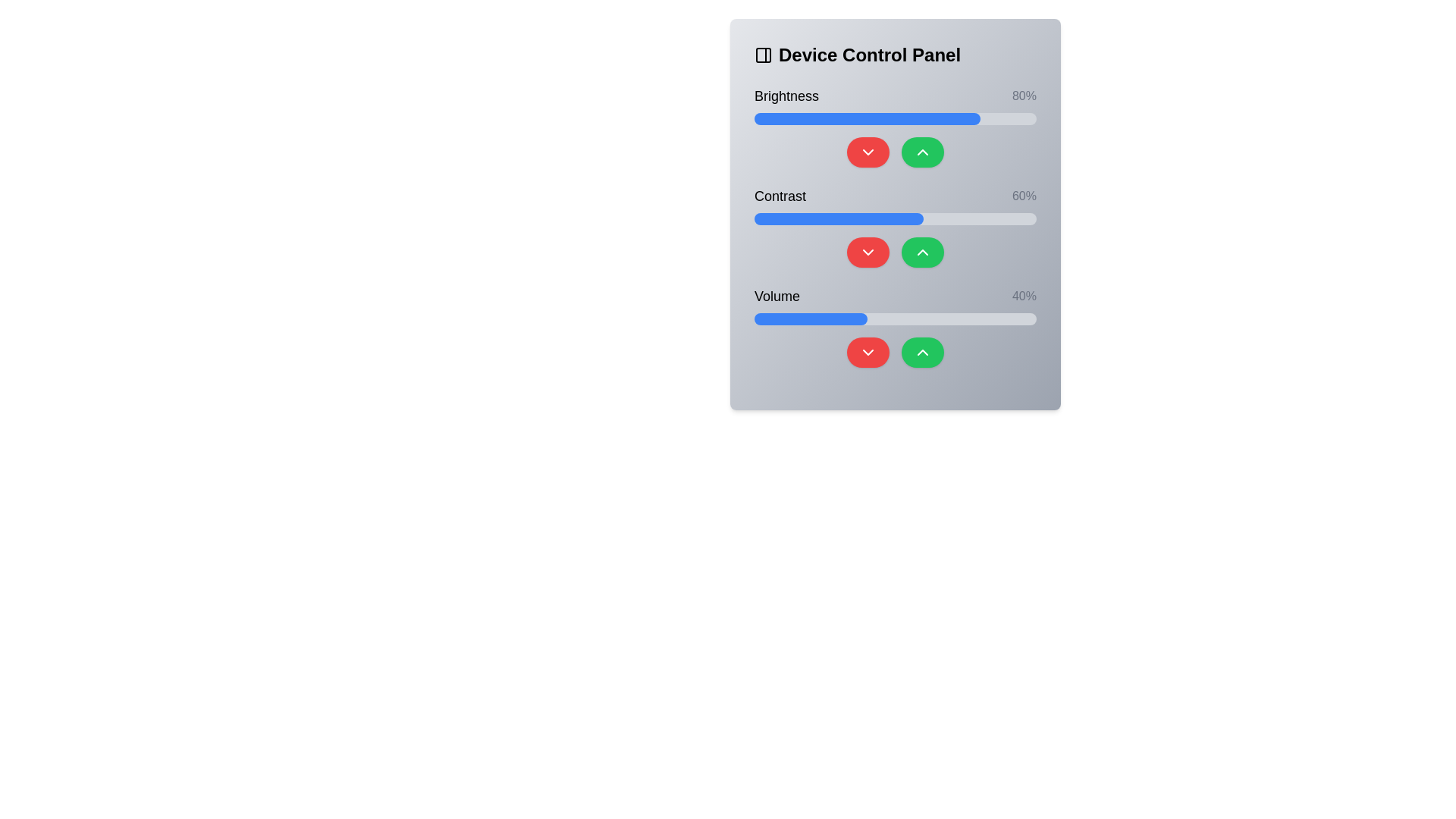 The width and height of the screenshot is (1456, 819). I want to click on text content of the header label for the 'Device Control Panel', which is positioned at the upper part of the panel above the sections for 'Brightness', 'Contrast', and 'Volume', so click(895, 55).